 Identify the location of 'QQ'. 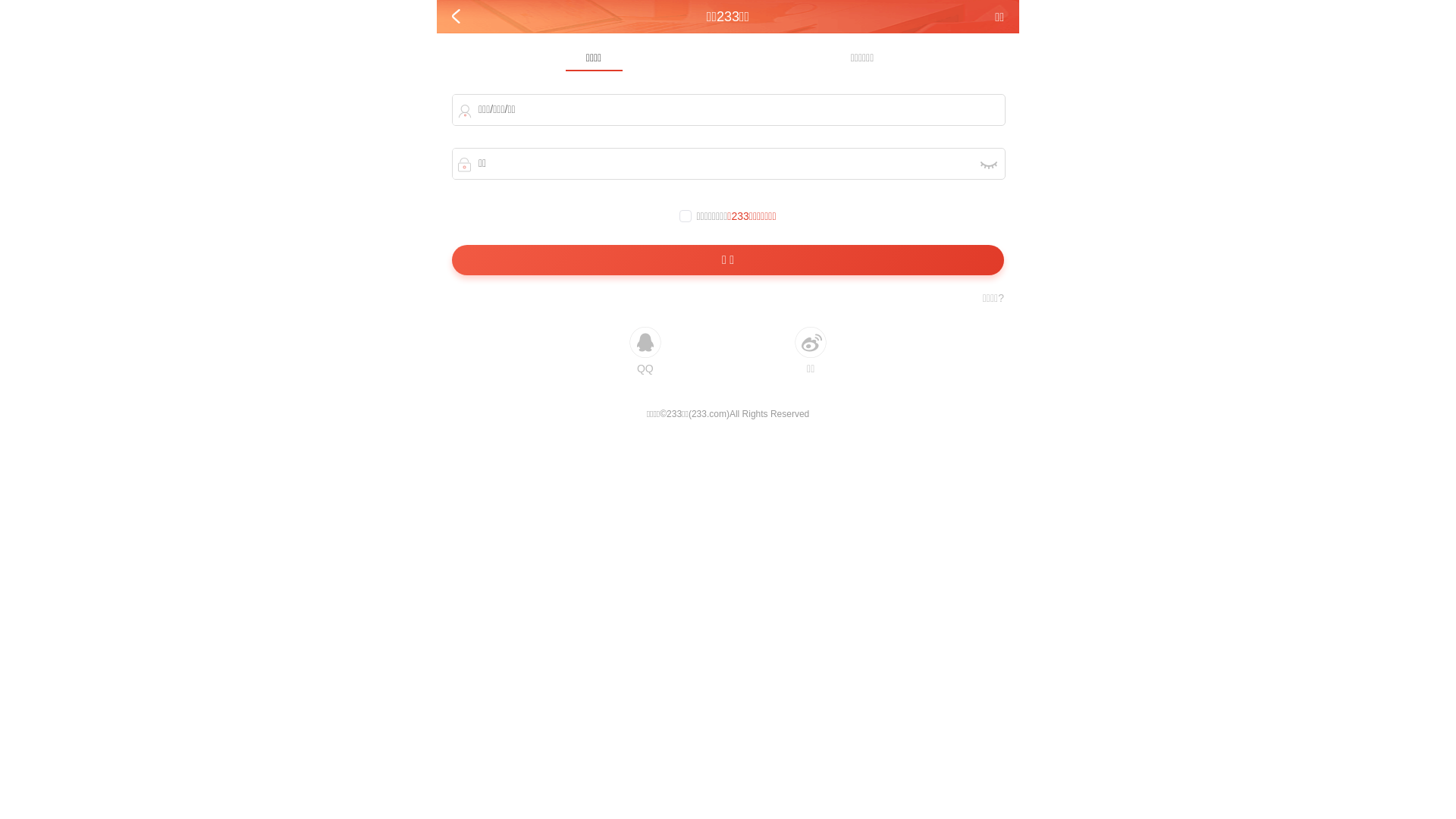
(645, 350).